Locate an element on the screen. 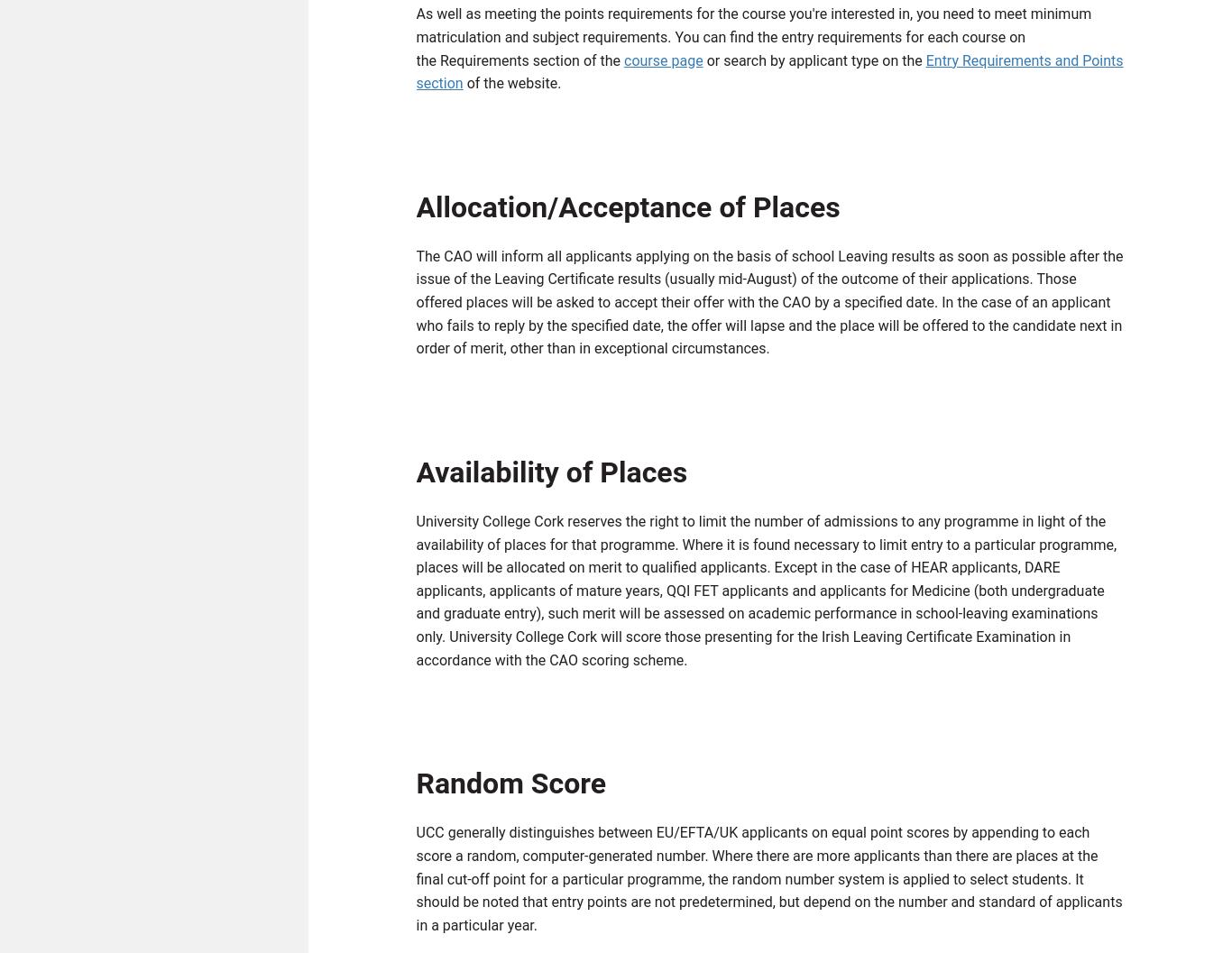  'or search by applicant type on the' is located at coordinates (813, 64).